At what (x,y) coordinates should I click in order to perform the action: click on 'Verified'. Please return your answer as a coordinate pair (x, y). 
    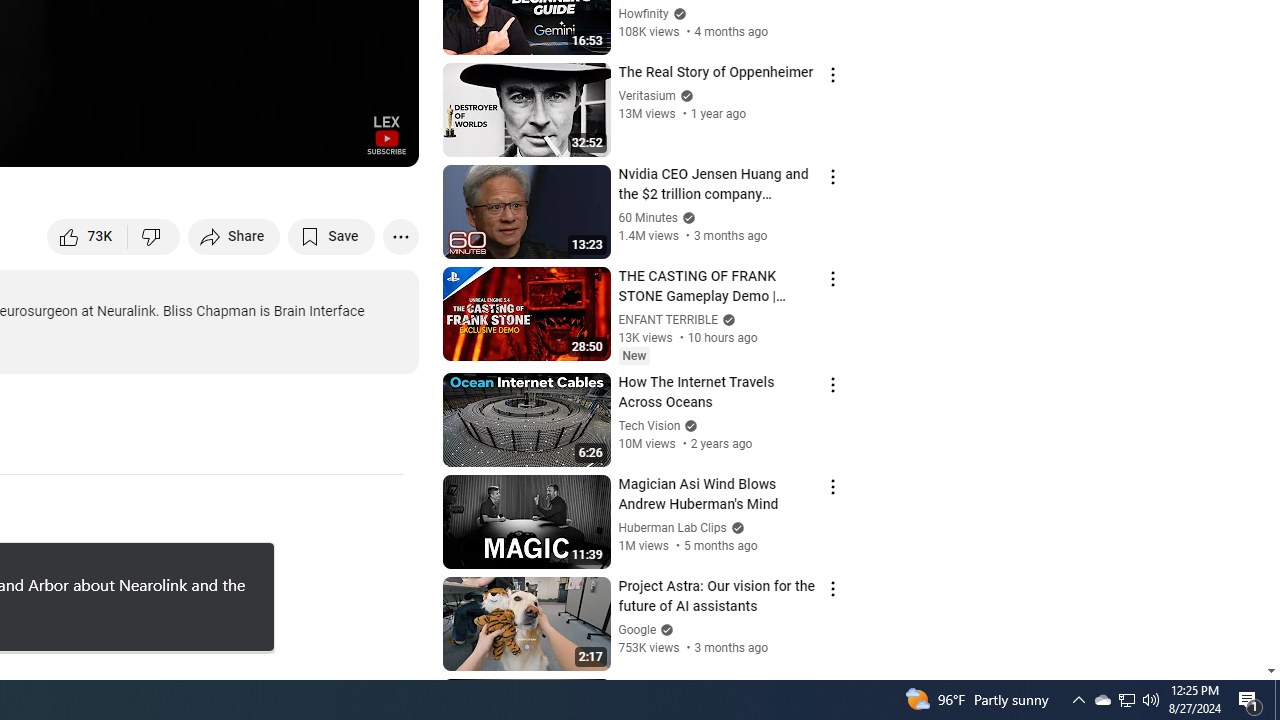
    Looking at the image, I should click on (664, 628).